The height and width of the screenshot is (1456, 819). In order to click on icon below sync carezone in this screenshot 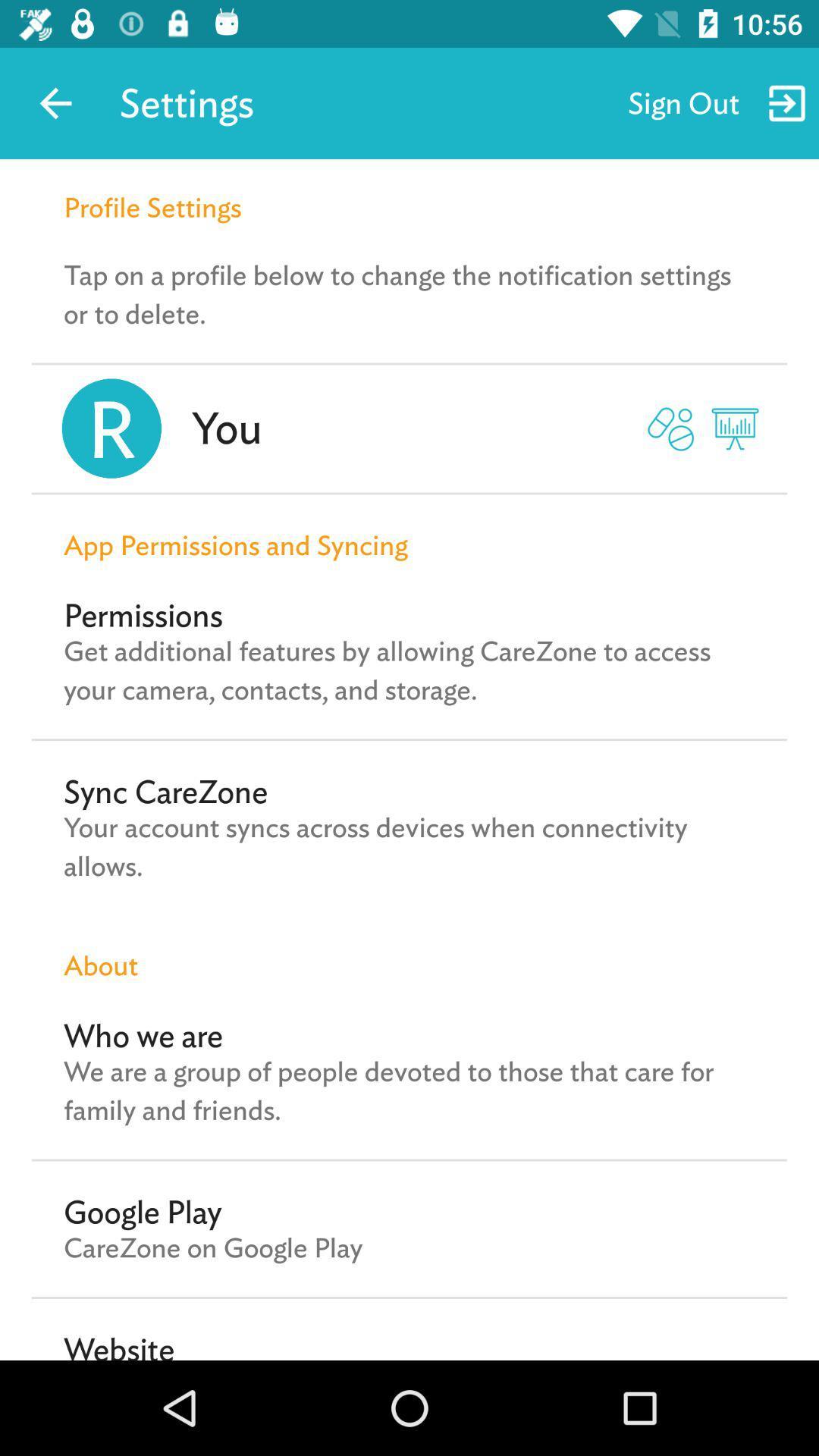, I will do `click(409, 846)`.